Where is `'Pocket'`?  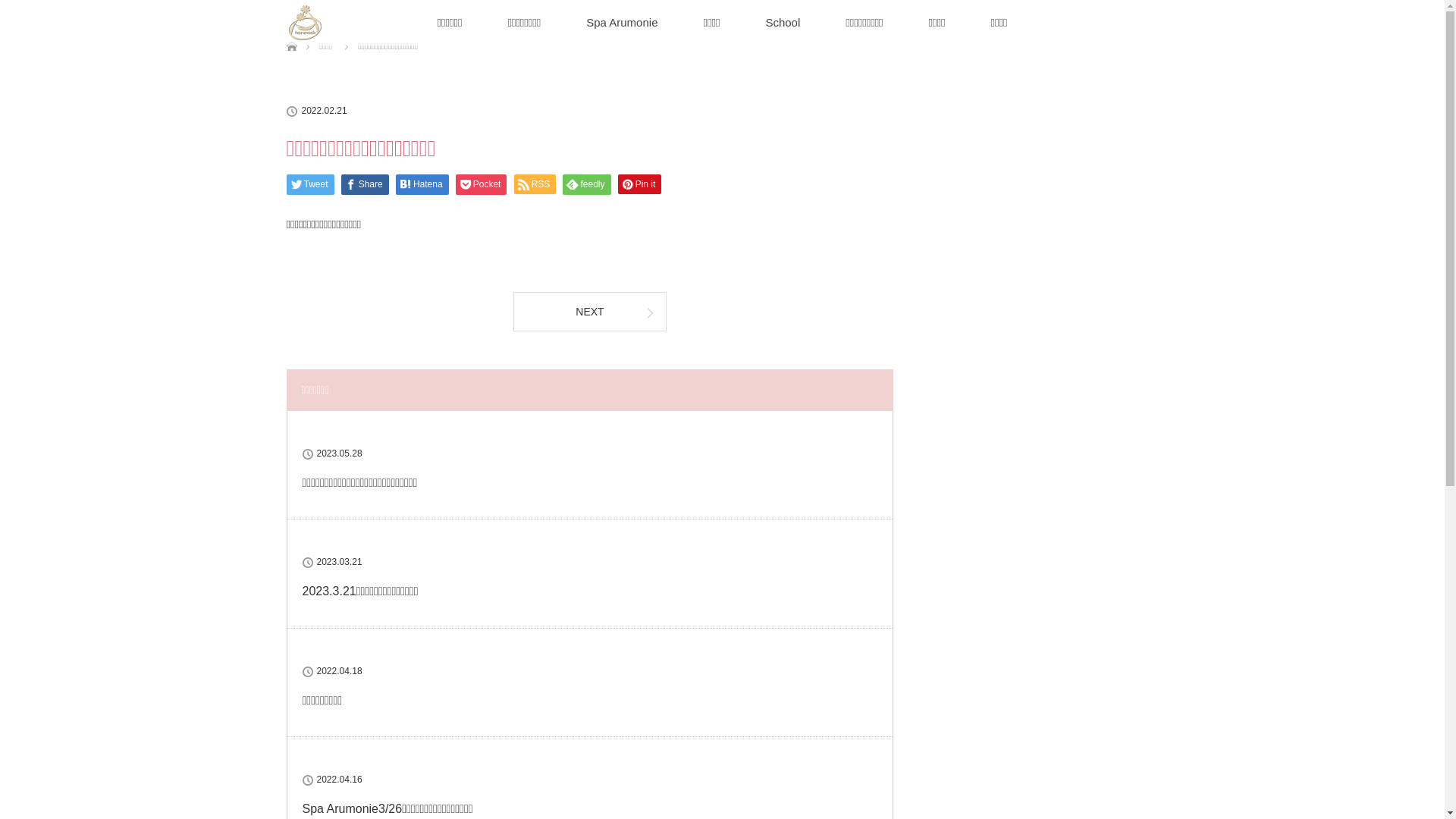 'Pocket' is located at coordinates (480, 184).